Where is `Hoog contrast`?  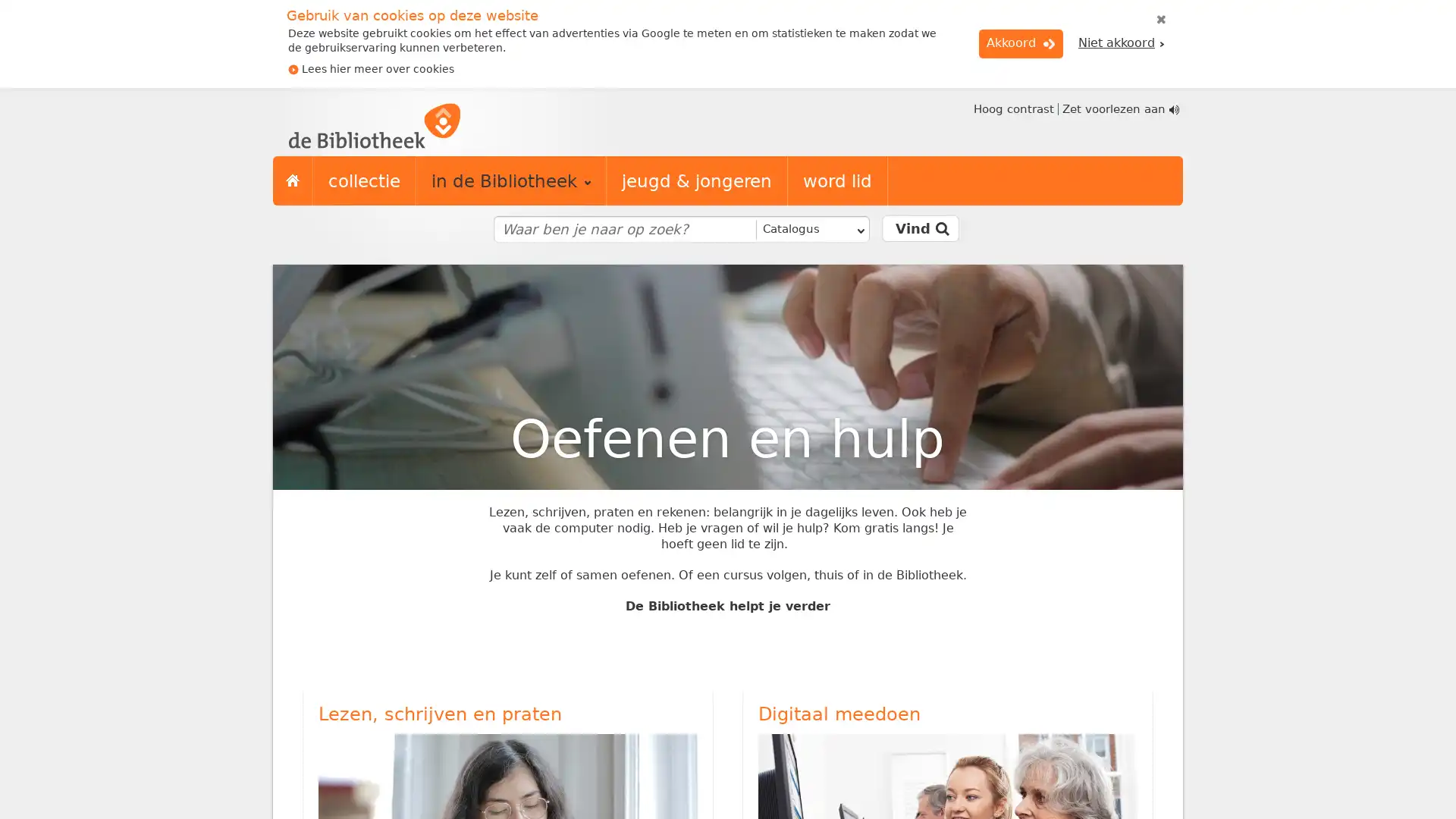 Hoog contrast is located at coordinates (1012, 108).